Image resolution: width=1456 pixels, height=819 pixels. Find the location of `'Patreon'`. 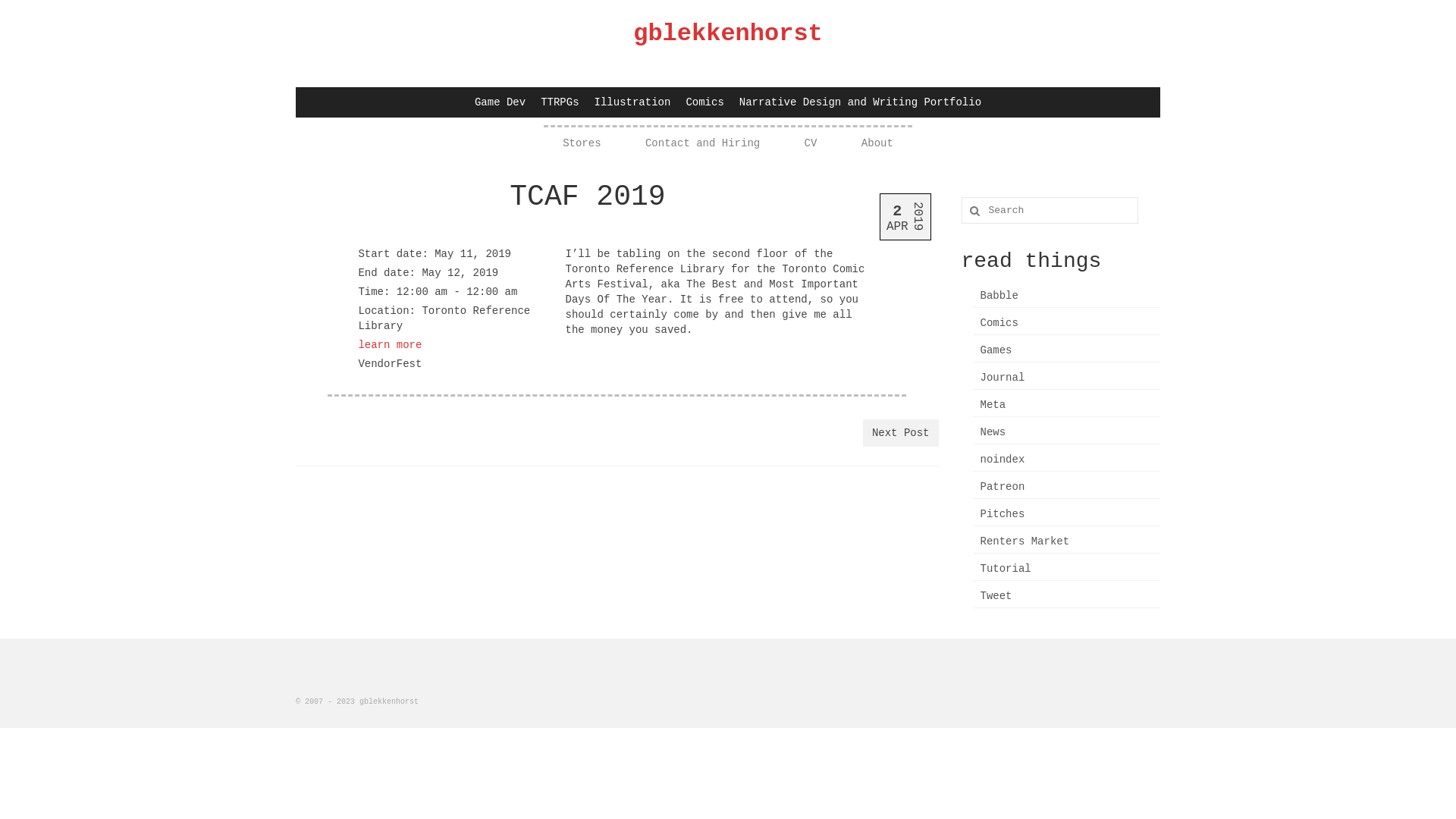

'Patreon' is located at coordinates (1065, 487).